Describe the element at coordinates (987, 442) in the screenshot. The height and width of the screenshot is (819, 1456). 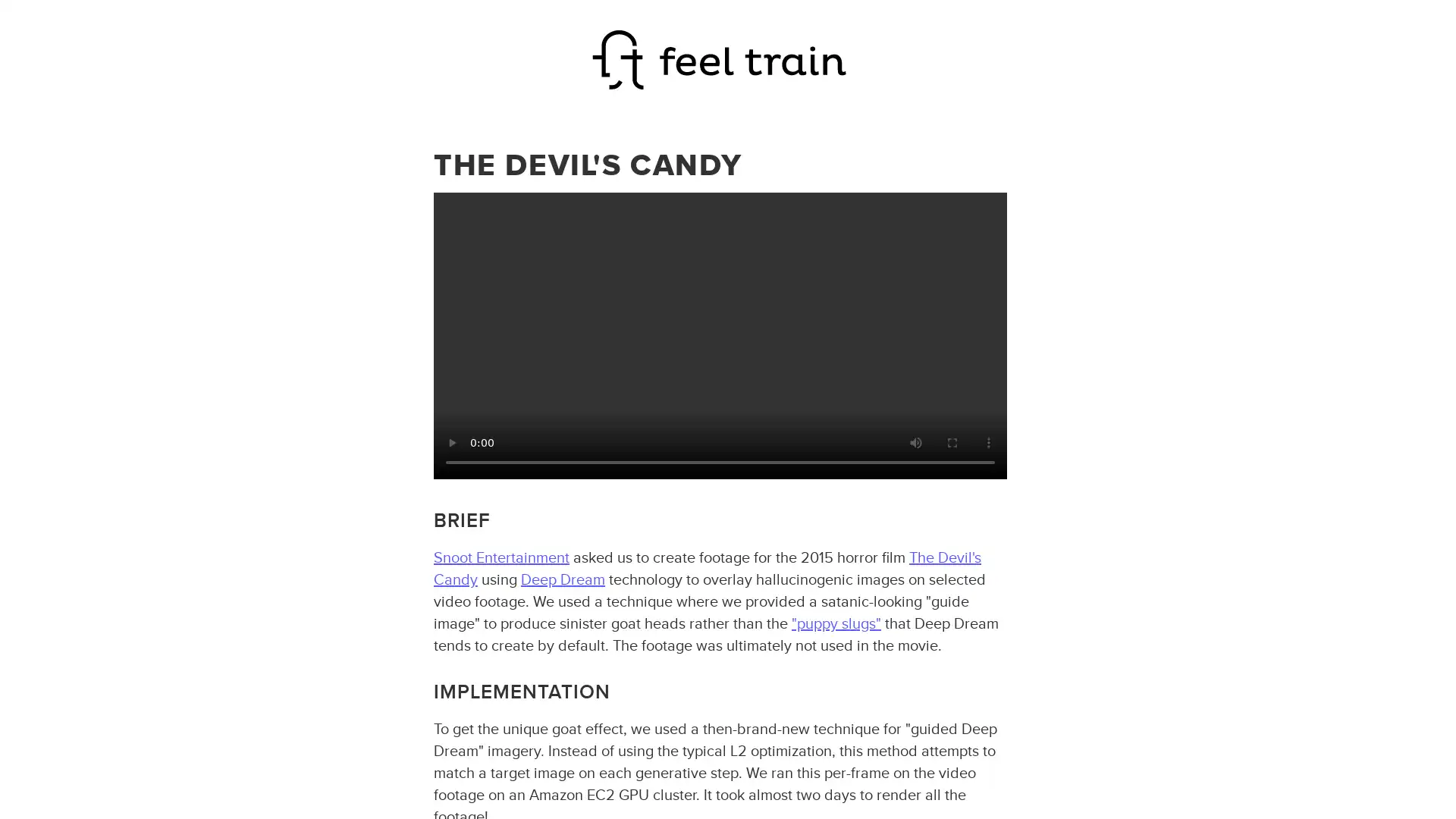
I see `show more media controls` at that location.